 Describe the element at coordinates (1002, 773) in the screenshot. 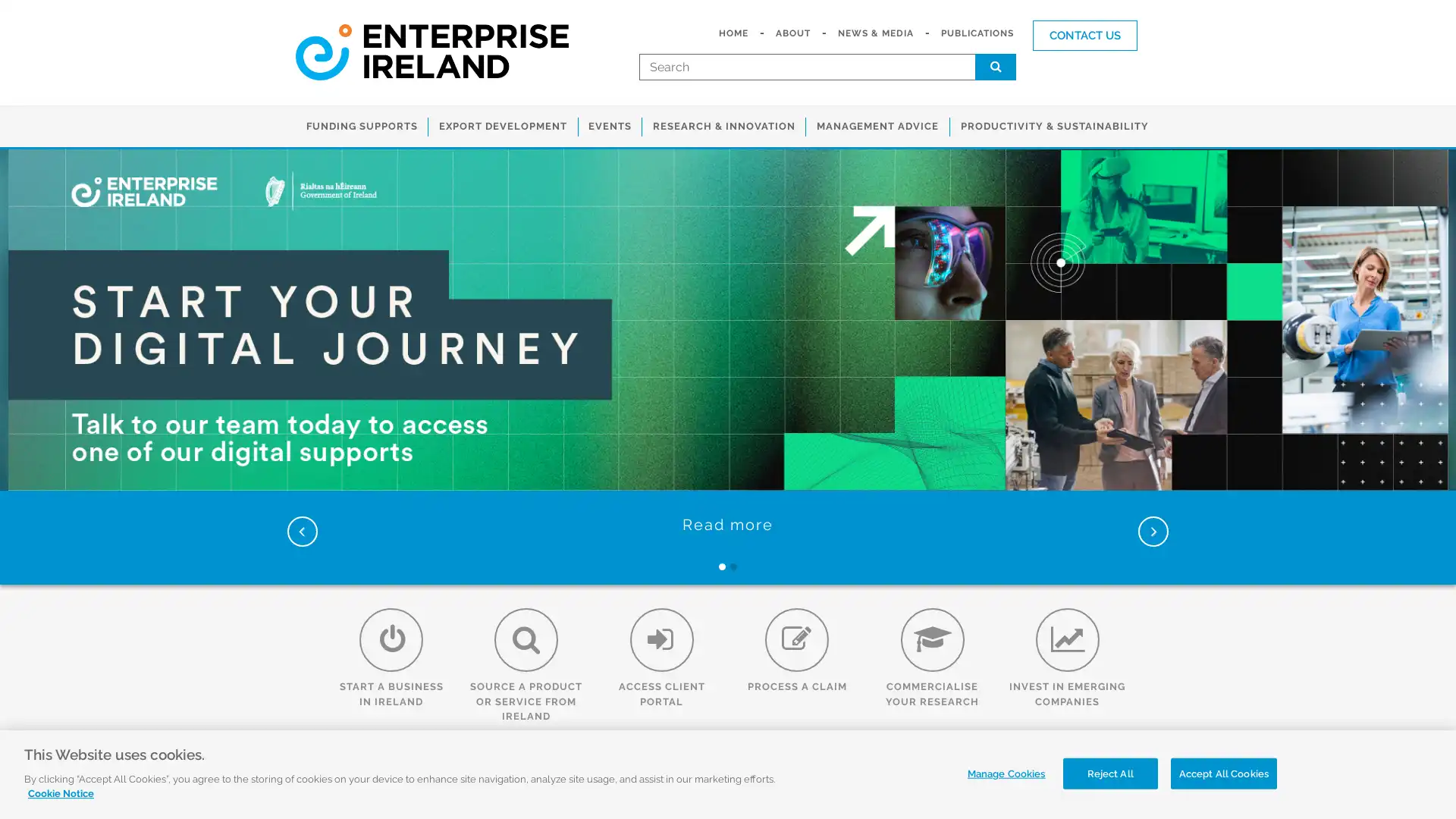

I see `Manage Cookies` at that location.